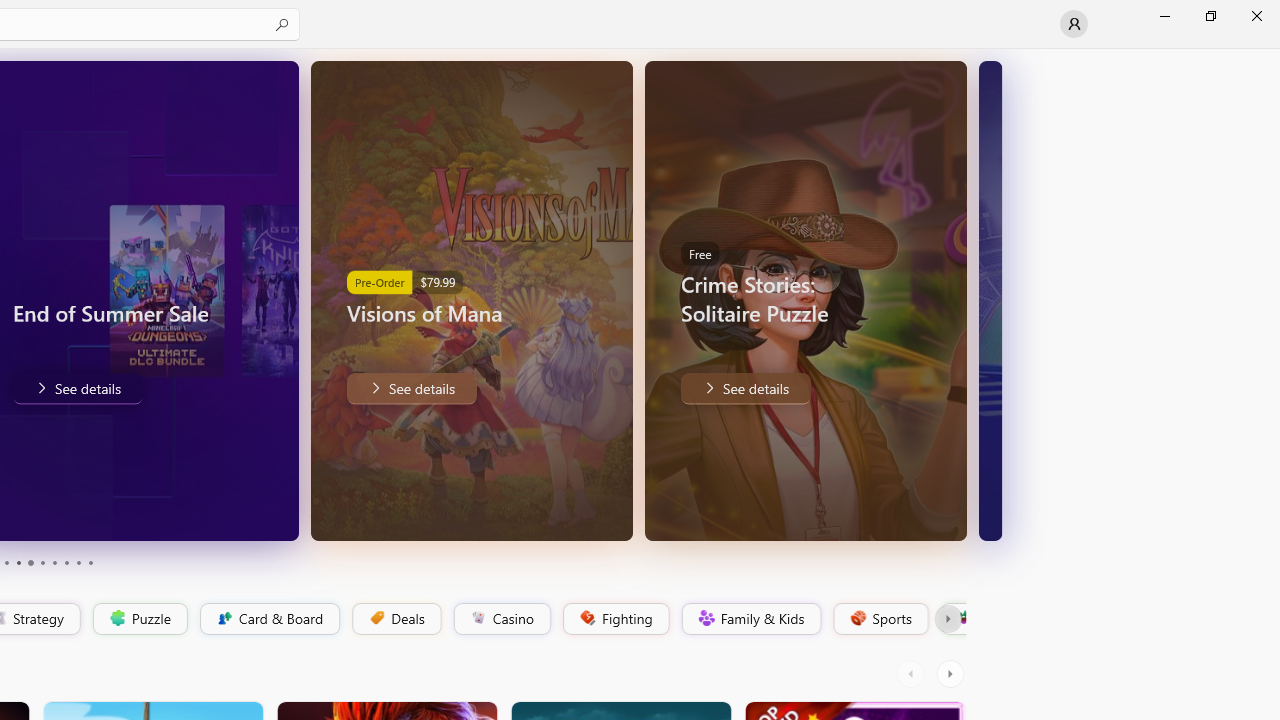 This screenshot has width=1280, height=720. What do you see at coordinates (614, 618) in the screenshot?
I see `'Fighting'` at bounding box center [614, 618].